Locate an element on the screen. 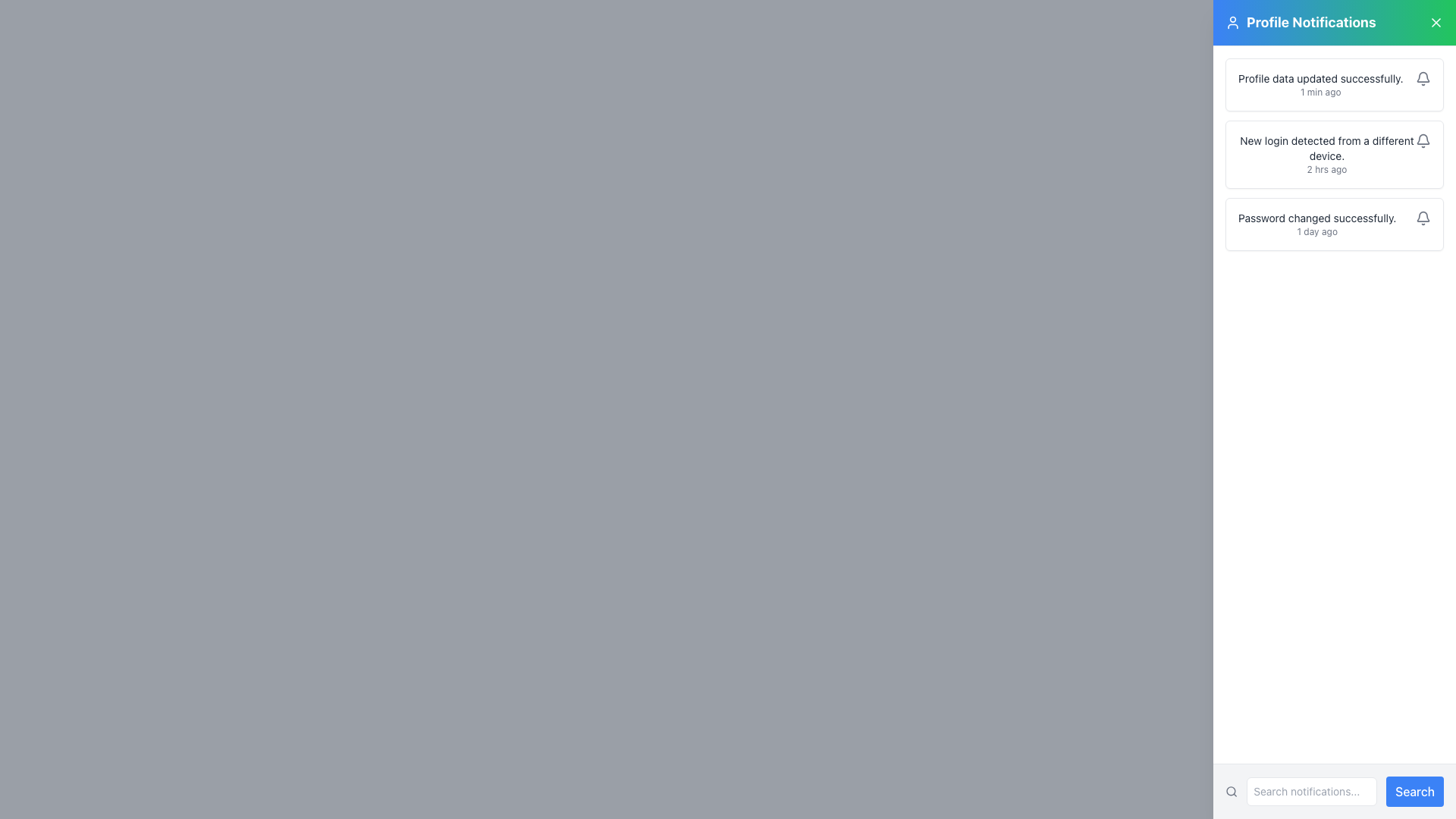  first notification in the 'Profile Notifications' panel, which states 'Profile data updated successfully.' is located at coordinates (1335, 84).